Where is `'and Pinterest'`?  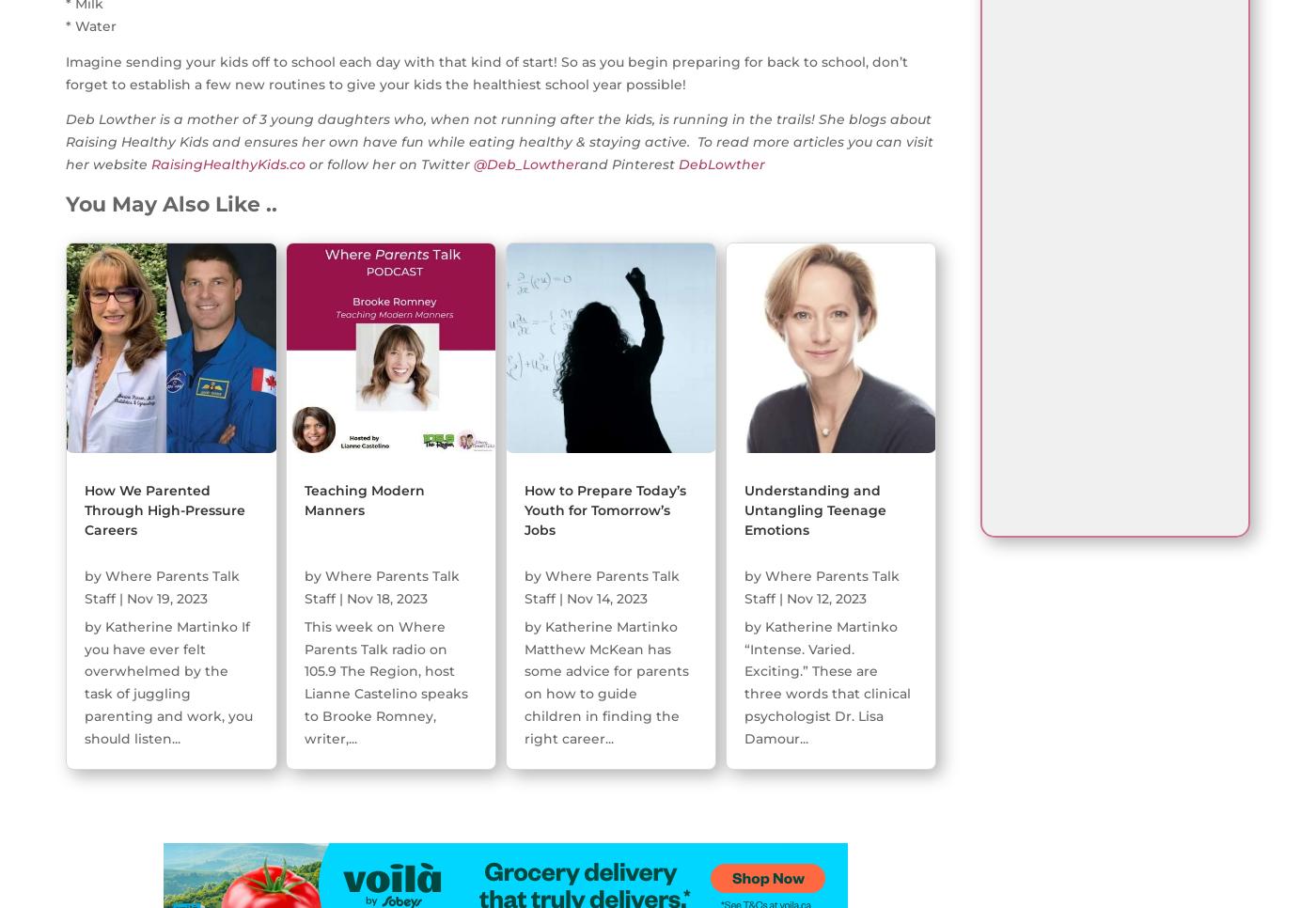
'and Pinterest' is located at coordinates (629, 164).